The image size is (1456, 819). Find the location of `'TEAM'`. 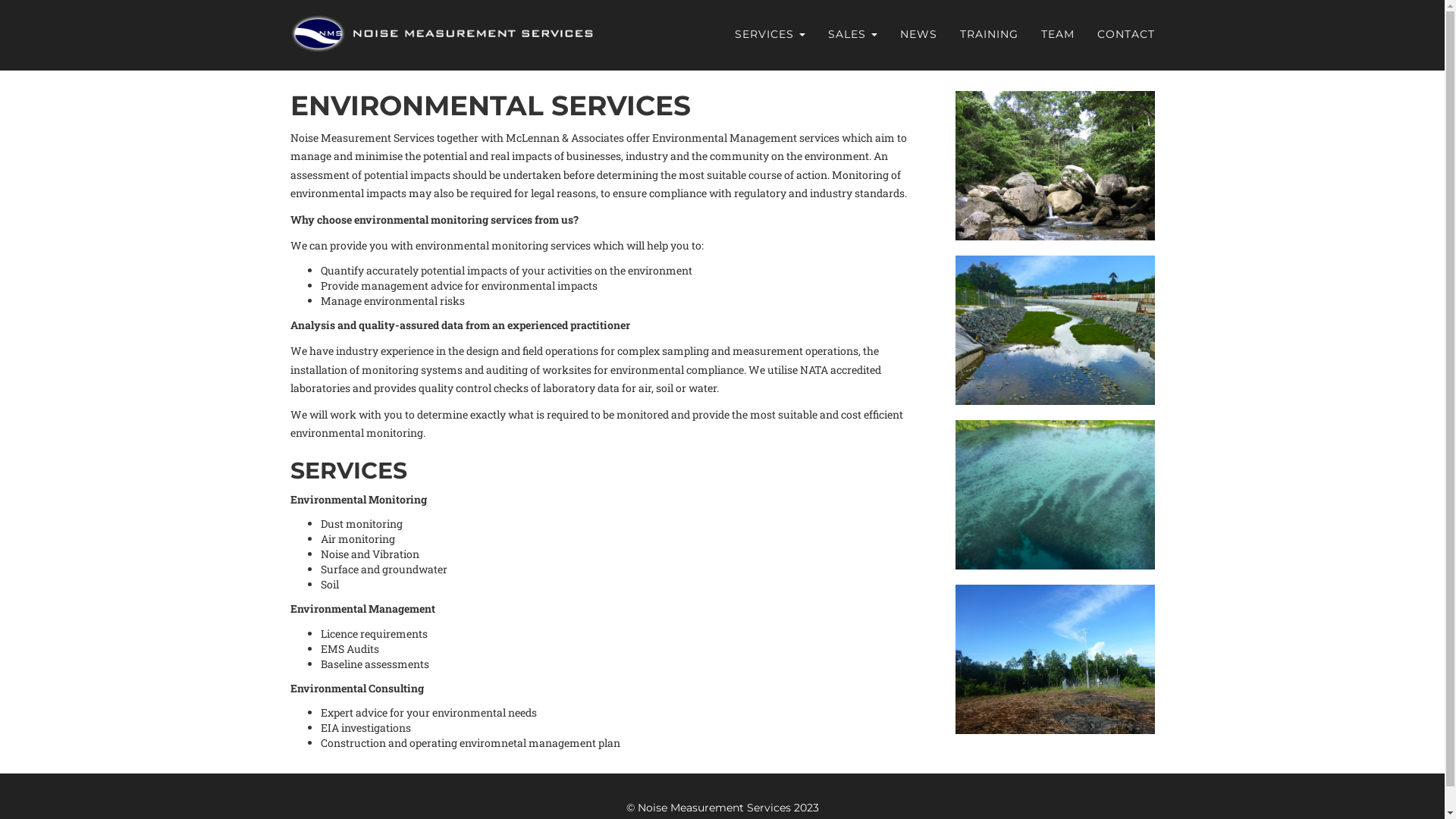

'TEAM' is located at coordinates (1030, 34).